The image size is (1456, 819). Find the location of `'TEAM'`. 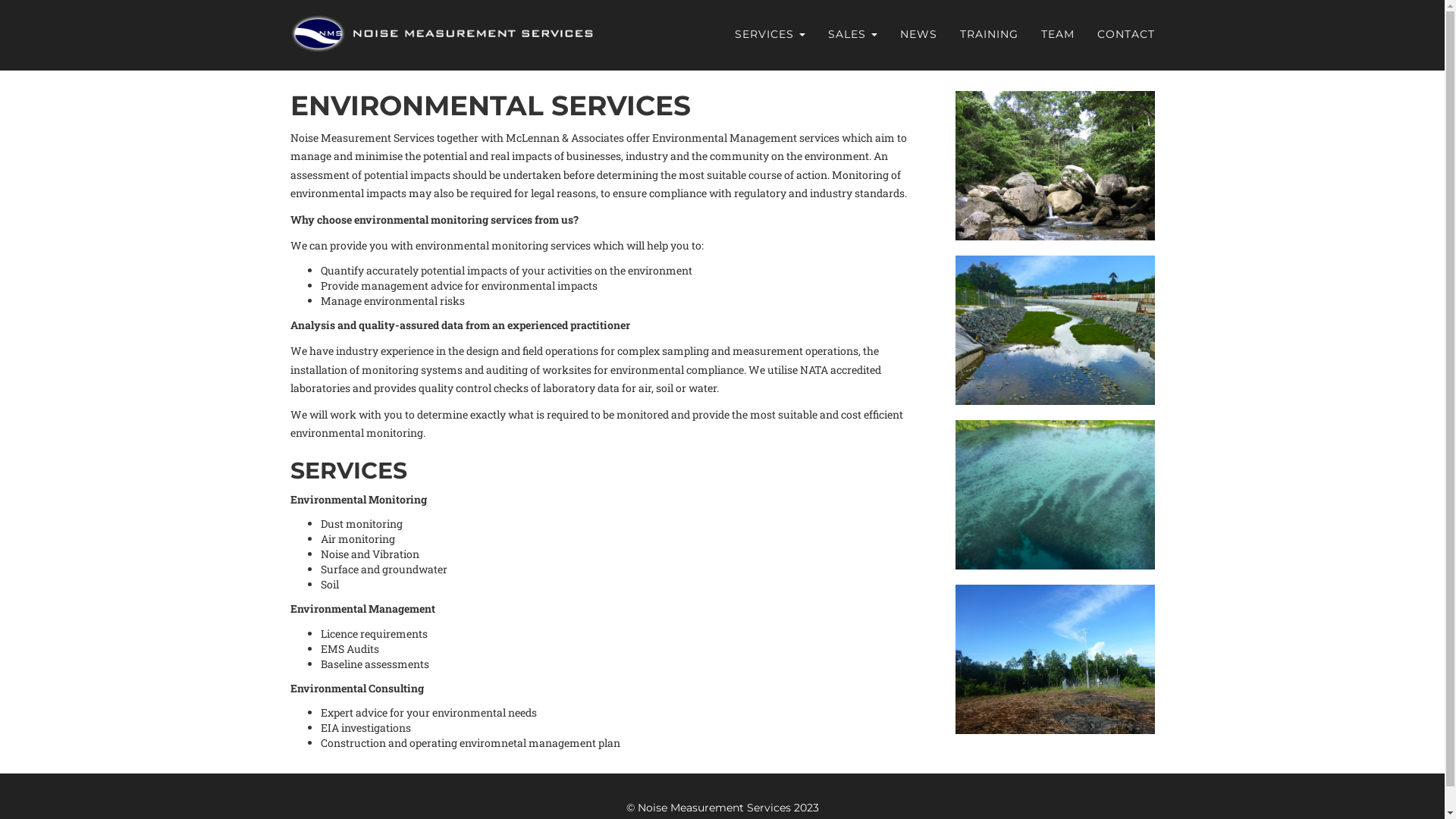

'TEAM' is located at coordinates (1030, 34).